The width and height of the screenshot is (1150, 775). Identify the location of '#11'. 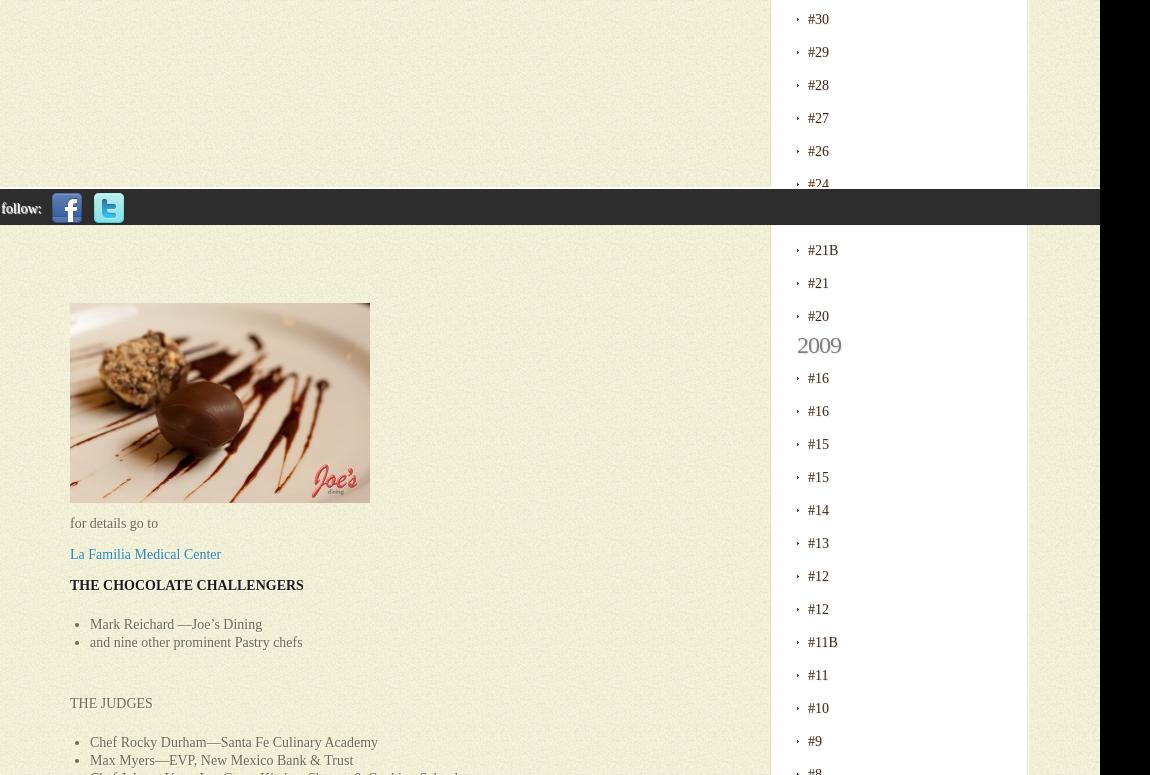
(816, 674).